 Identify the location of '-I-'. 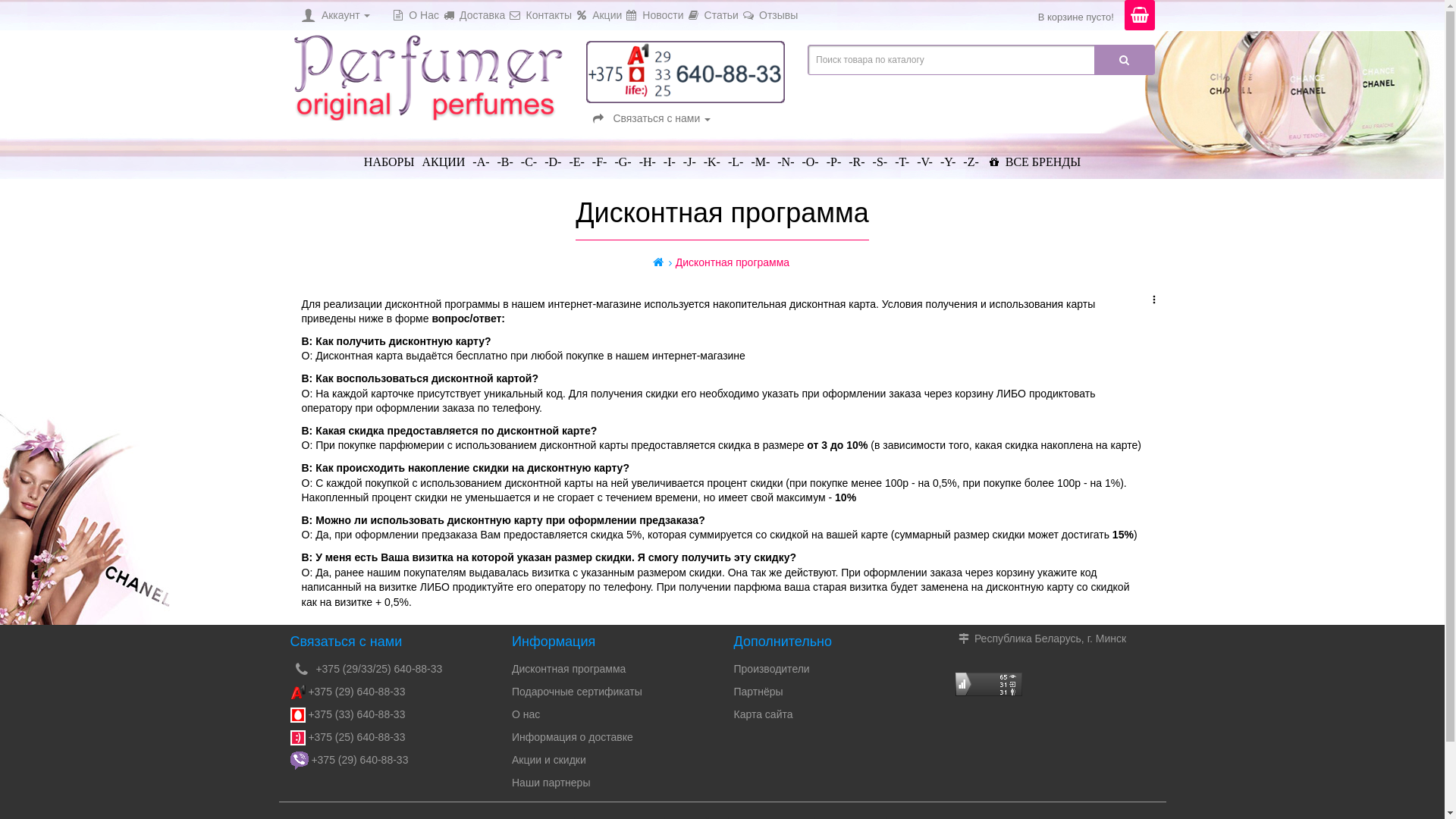
(669, 155).